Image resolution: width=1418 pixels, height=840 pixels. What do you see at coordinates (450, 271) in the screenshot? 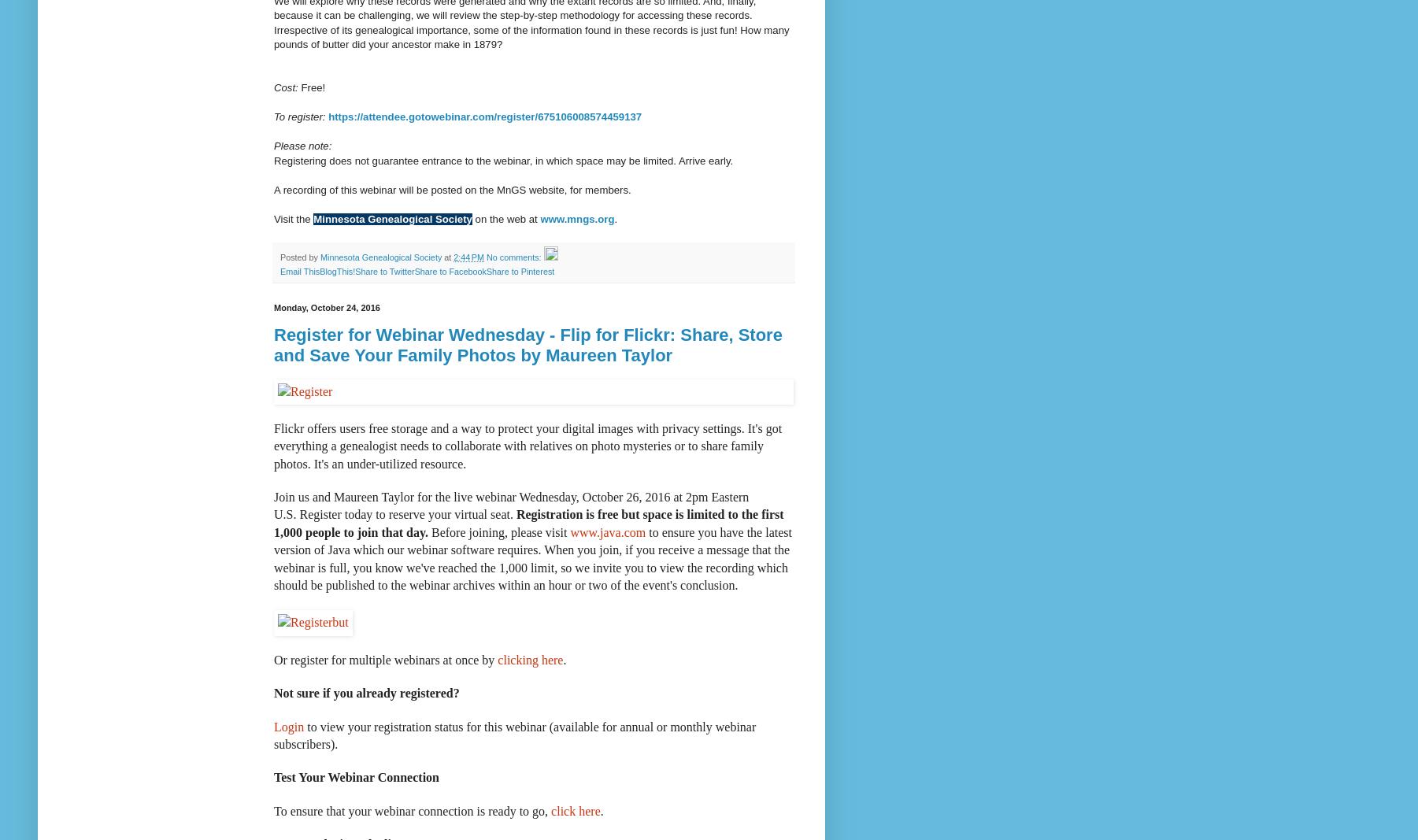
I see `'Share to Facebook'` at bounding box center [450, 271].